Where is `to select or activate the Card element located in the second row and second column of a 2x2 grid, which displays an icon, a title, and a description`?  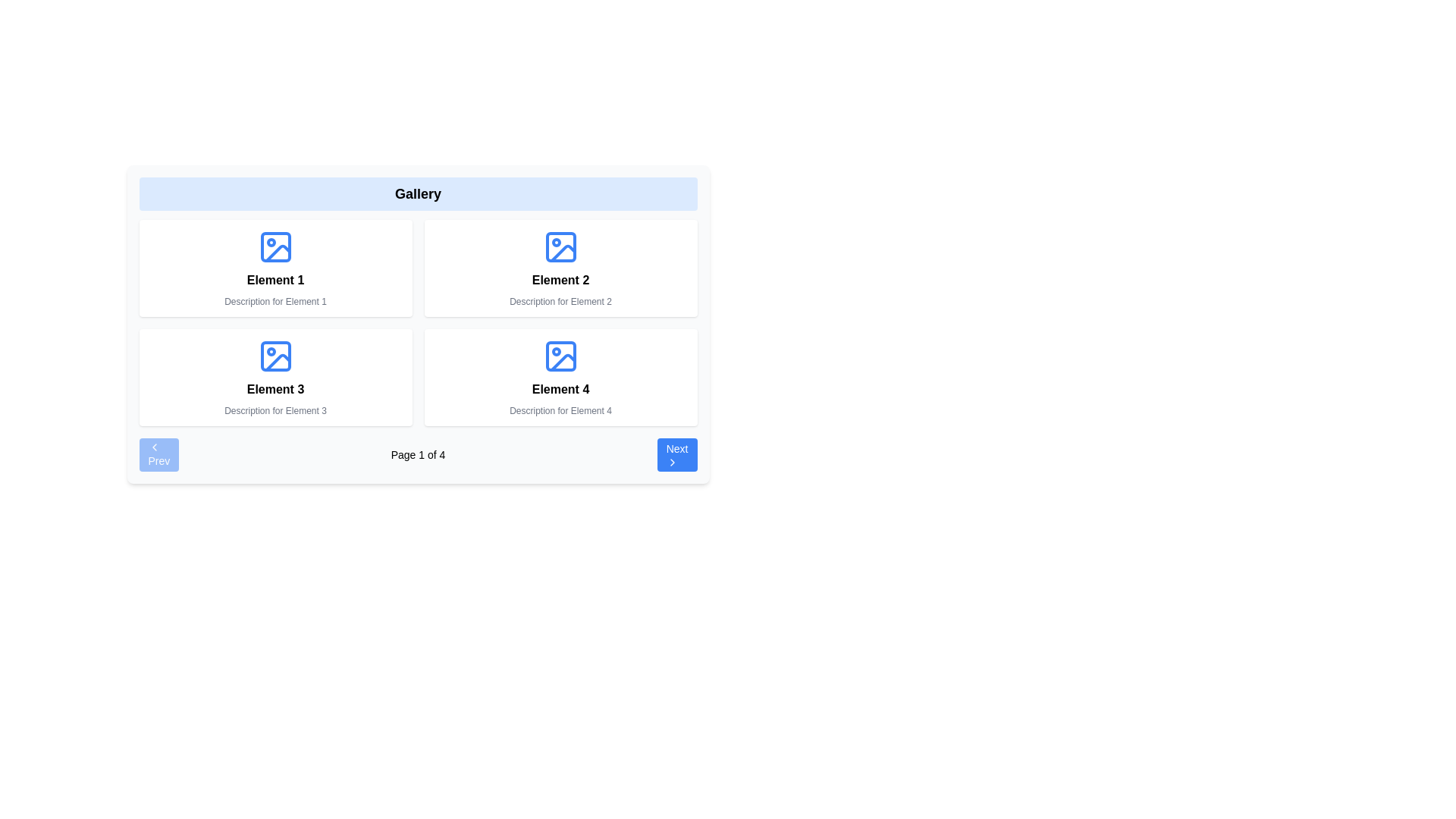 to select or activate the Card element located in the second row and second column of a 2x2 grid, which displays an icon, a title, and a description is located at coordinates (560, 376).